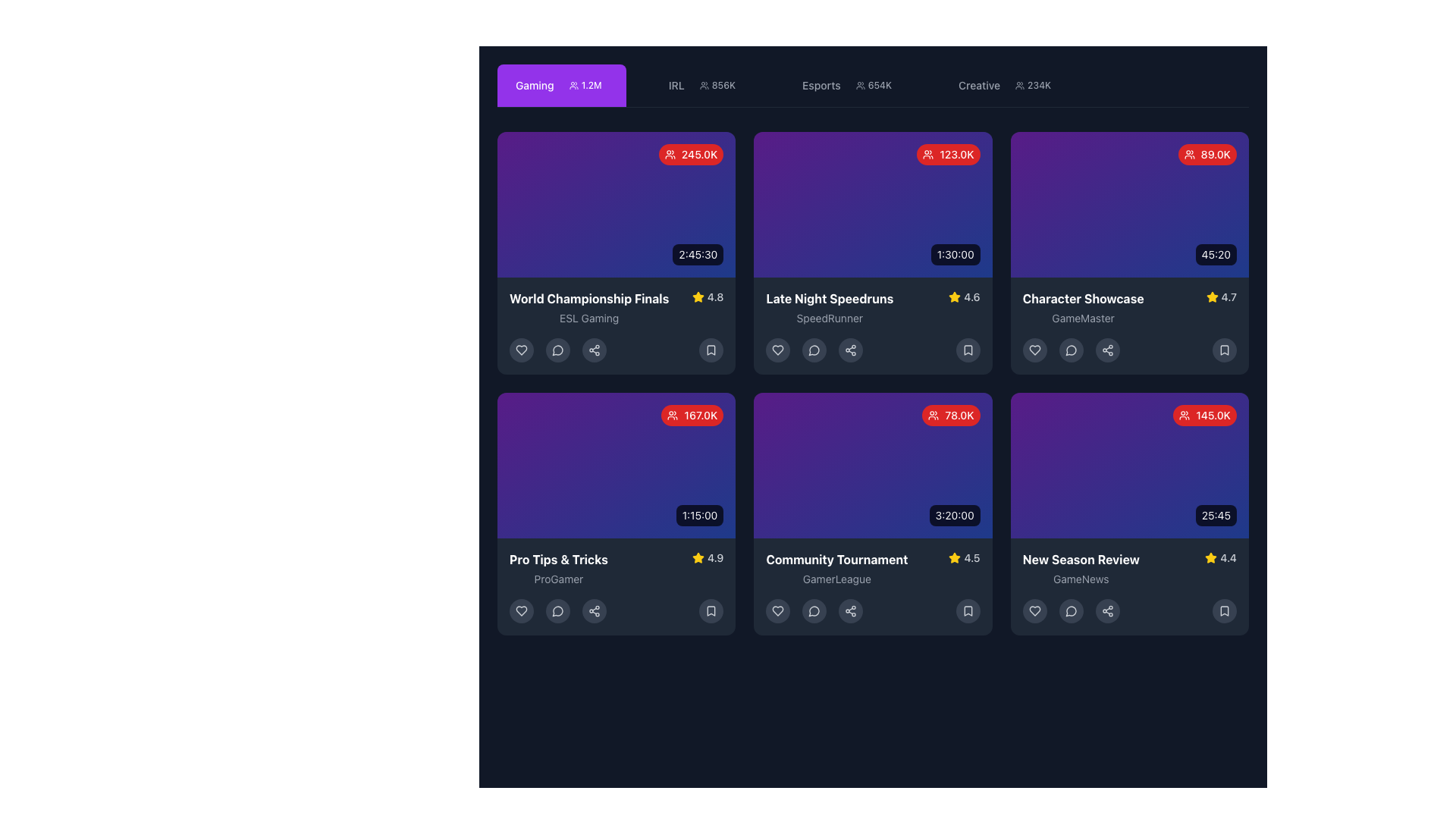 The image size is (1456, 819). Describe the element at coordinates (1224, 350) in the screenshot. I see `the bookmark icon located in the bottom-right corner of the third card in the second row` at that location.